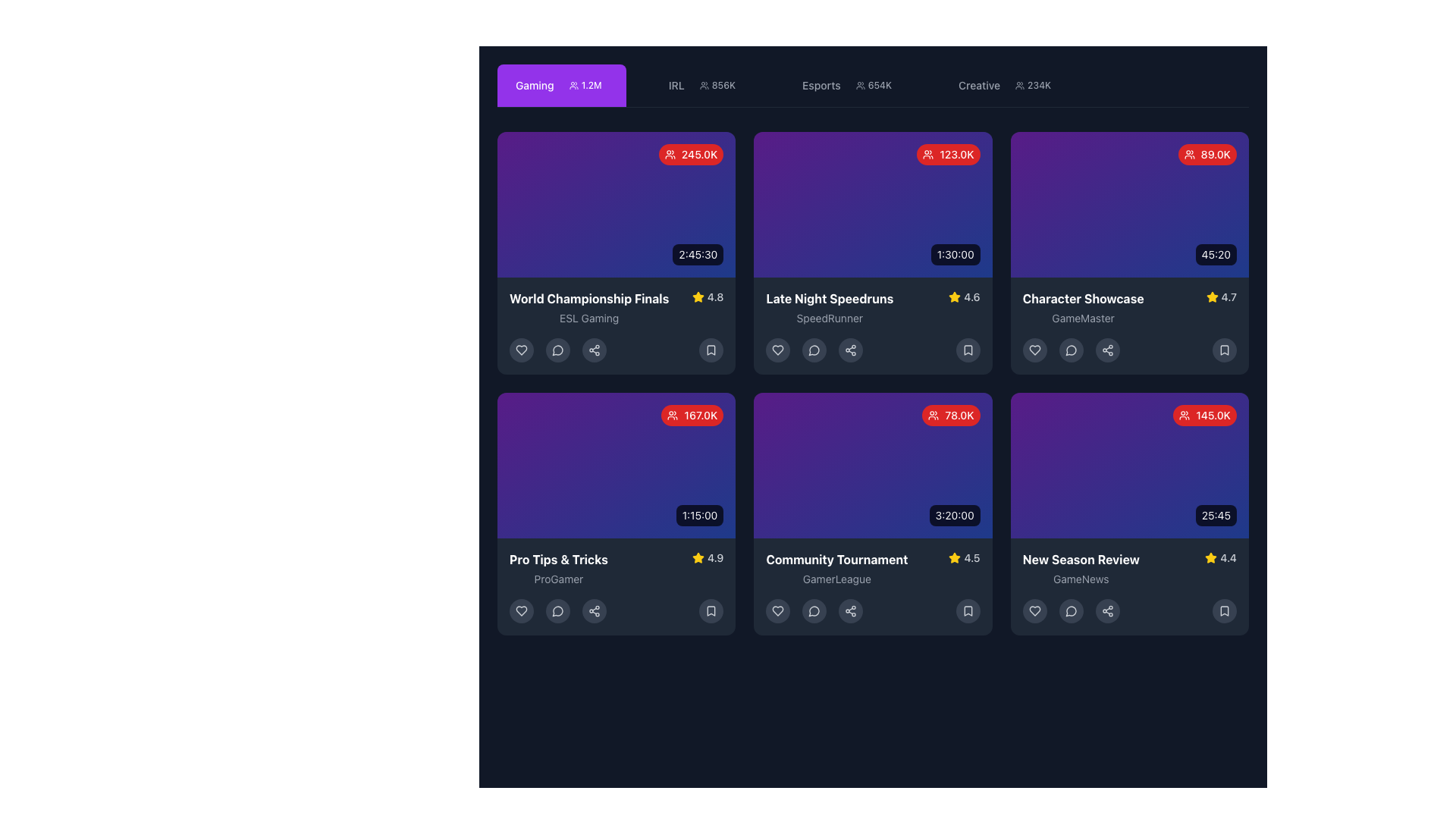 The image size is (1456, 819). Describe the element at coordinates (1224, 350) in the screenshot. I see `the bookmark icon located in the bottom-right corner of the third card in the second row` at that location.